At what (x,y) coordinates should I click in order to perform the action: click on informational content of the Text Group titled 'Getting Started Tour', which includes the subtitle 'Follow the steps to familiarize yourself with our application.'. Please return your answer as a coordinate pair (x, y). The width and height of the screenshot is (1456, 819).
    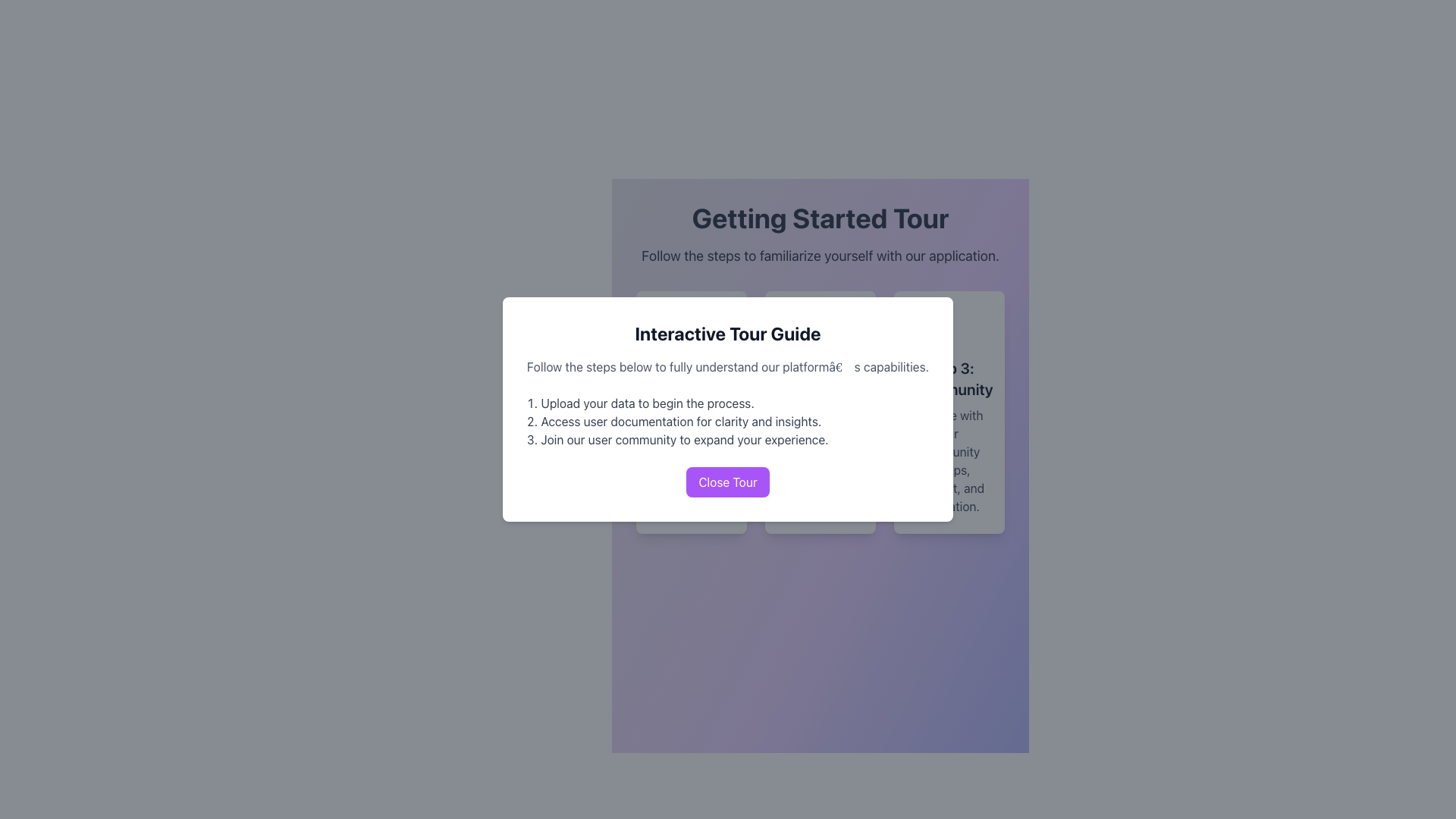
    Looking at the image, I should click on (819, 234).